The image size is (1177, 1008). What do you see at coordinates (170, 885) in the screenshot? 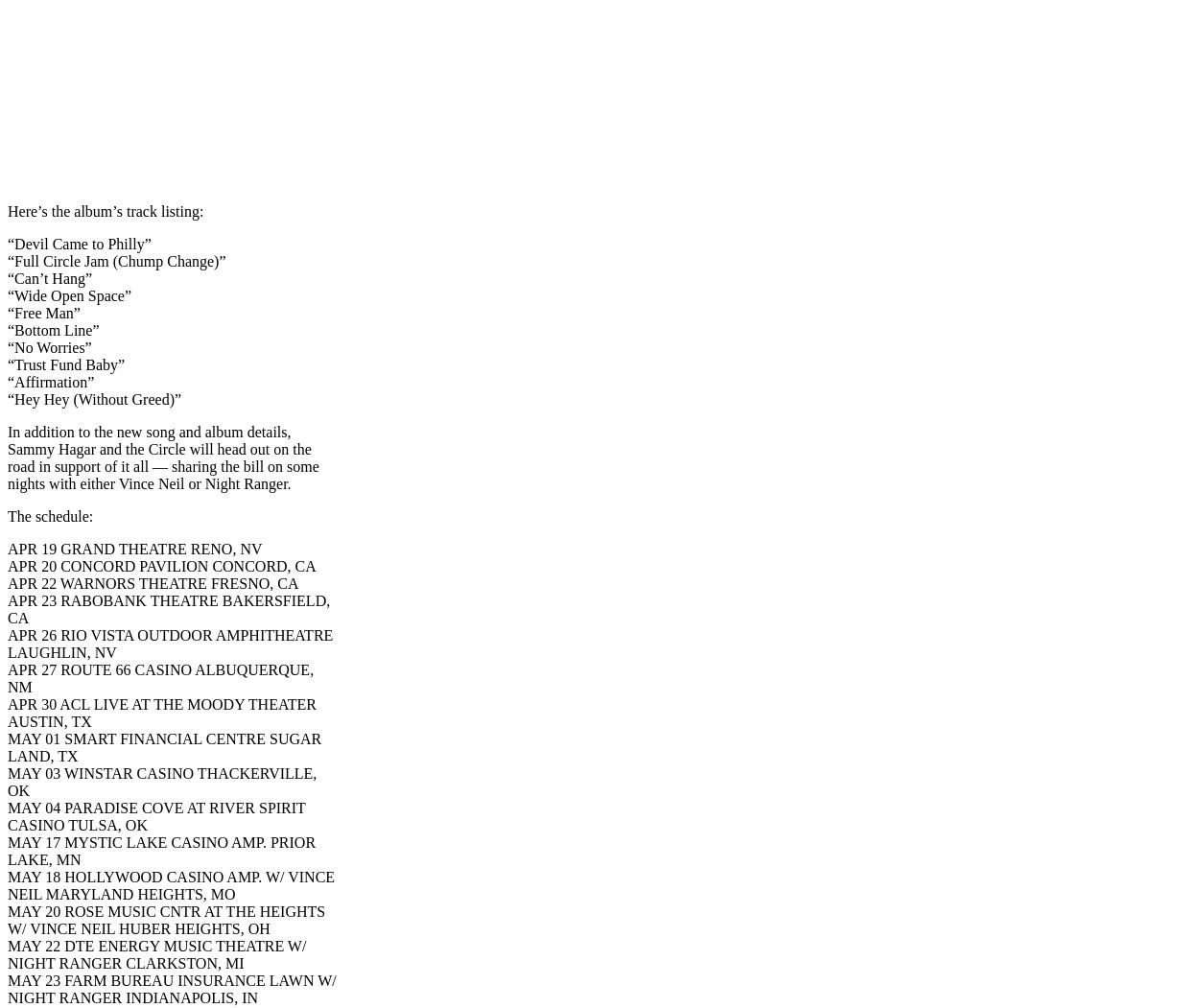
I see `'MAY 18 HOLLYWOOD CASINO AMP. W/ VINCE NEIL MARYLAND HEIGHTS, MO'` at bounding box center [170, 885].